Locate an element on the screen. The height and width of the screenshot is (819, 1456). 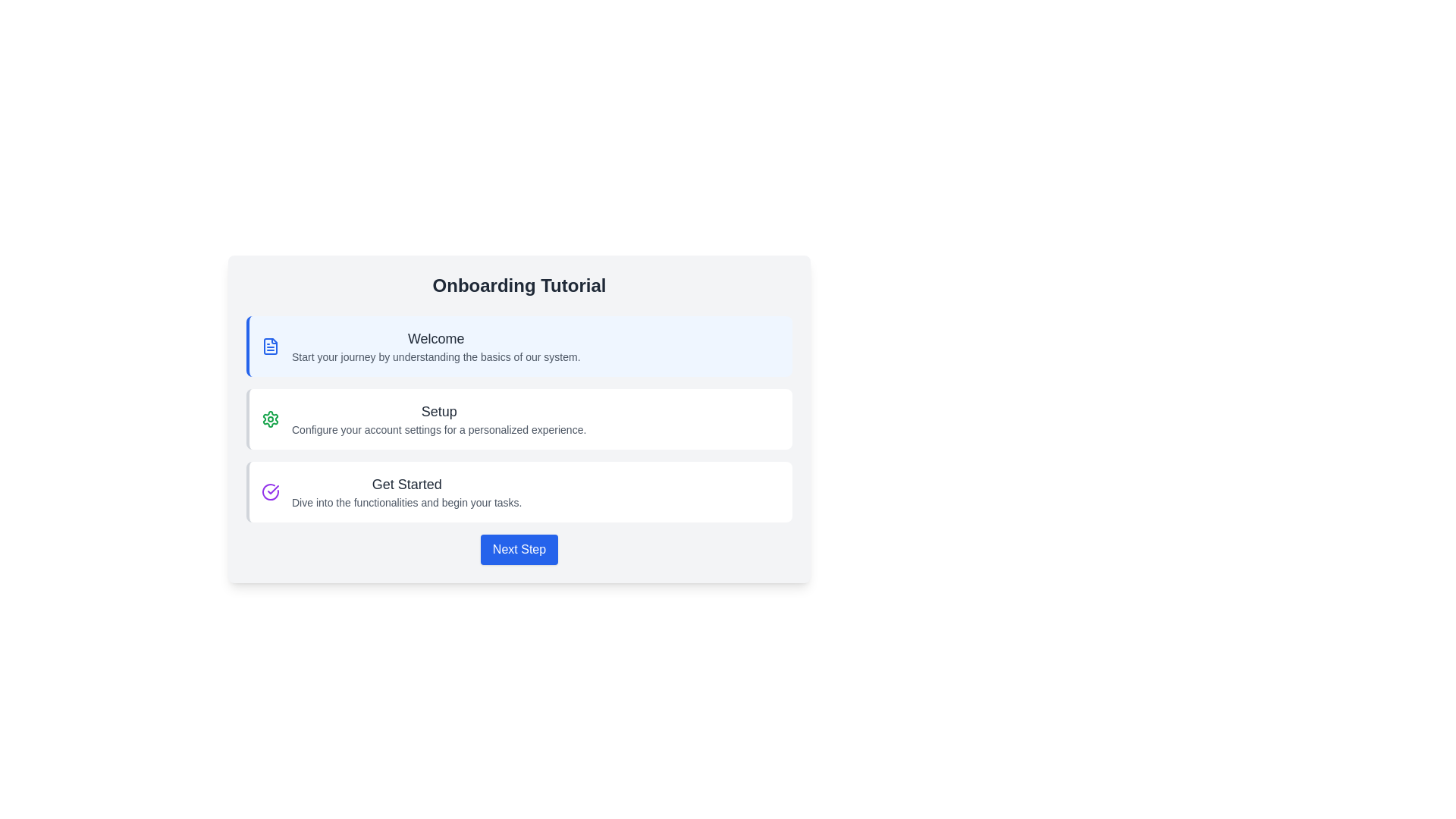
the 'Get Started' text, which is styled with a medium-sized gray font and located in the lower right area of the onboarding tutorial's 'Get Started' section, to highlight it is located at coordinates (406, 485).